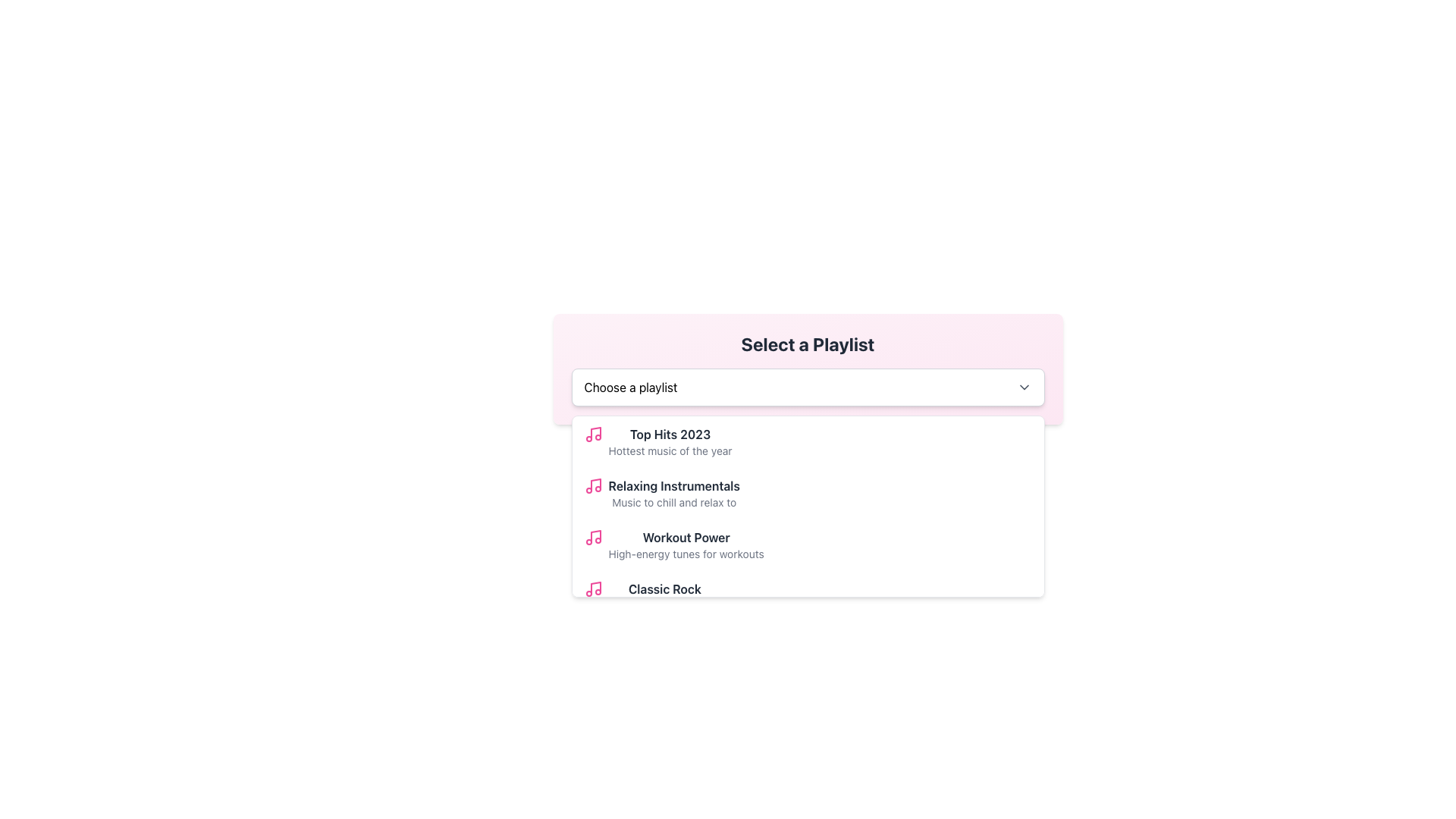  What do you see at coordinates (669, 435) in the screenshot?
I see `the 'Top Hits 2023' playlist title in the playlist menu` at bounding box center [669, 435].